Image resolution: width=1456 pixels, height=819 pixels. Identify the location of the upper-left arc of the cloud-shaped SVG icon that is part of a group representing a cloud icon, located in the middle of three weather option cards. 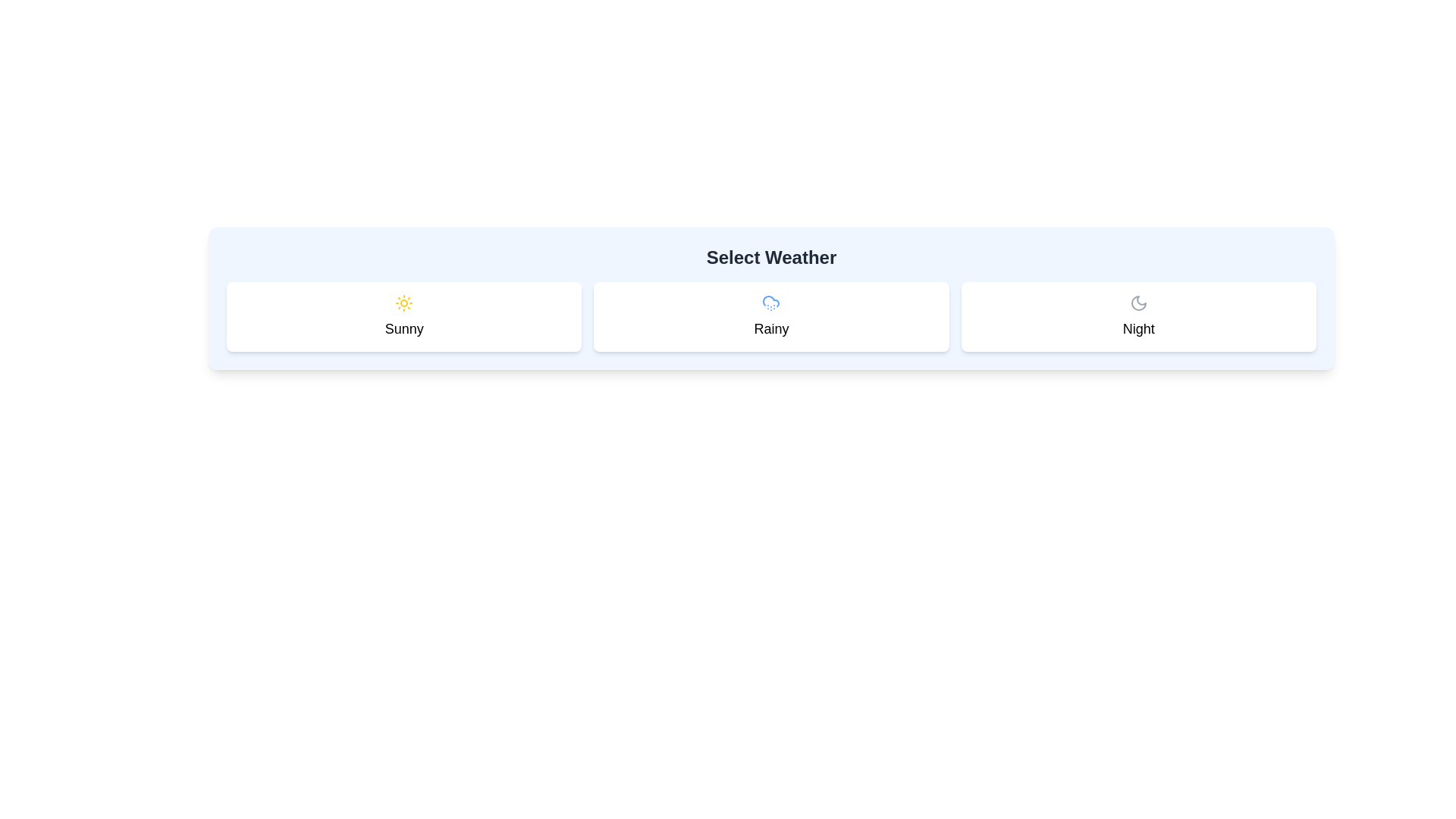
(771, 301).